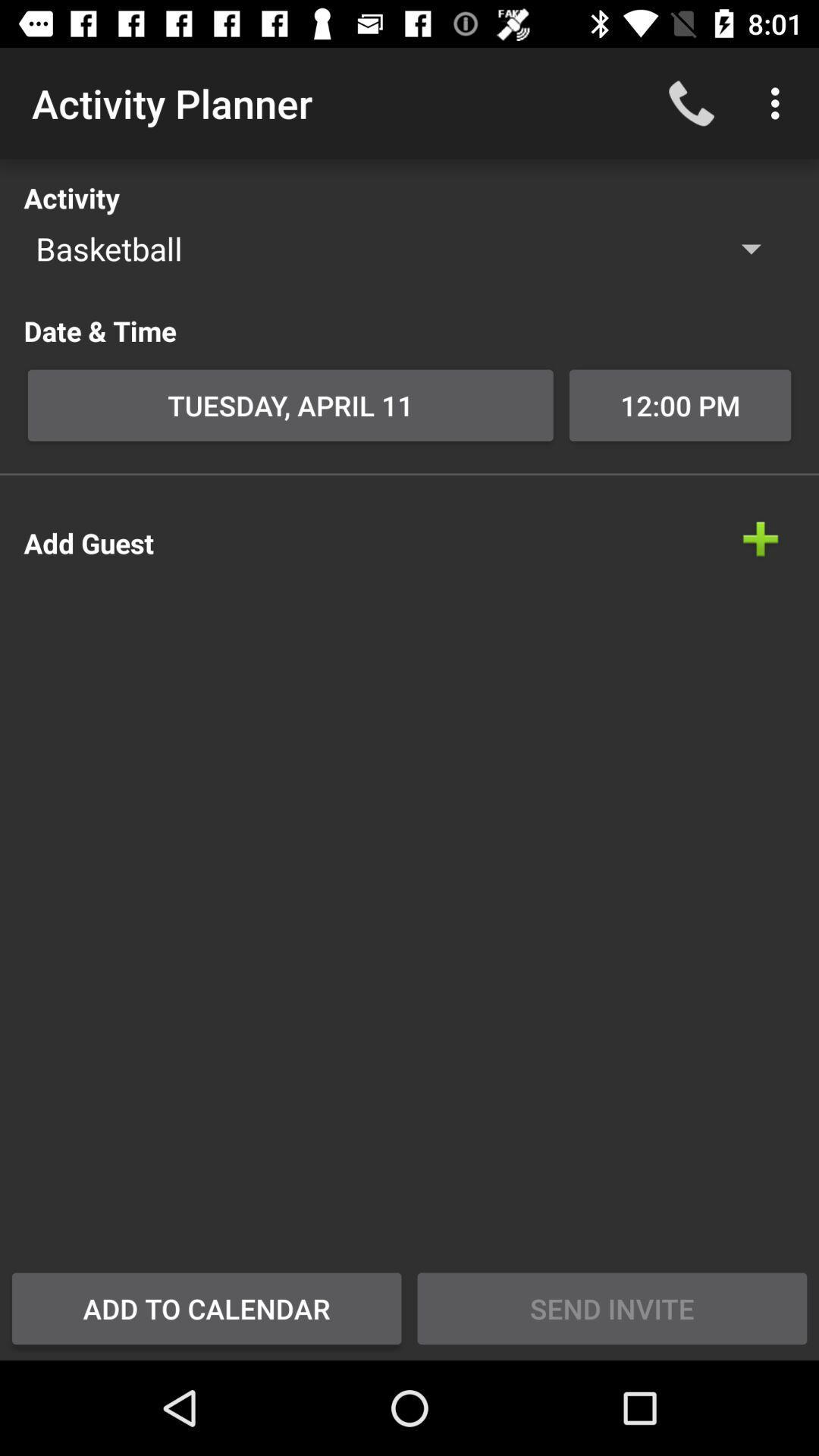  What do you see at coordinates (206, 1307) in the screenshot?
I see `item below the add guest item` at bounding box center [206, 1307].